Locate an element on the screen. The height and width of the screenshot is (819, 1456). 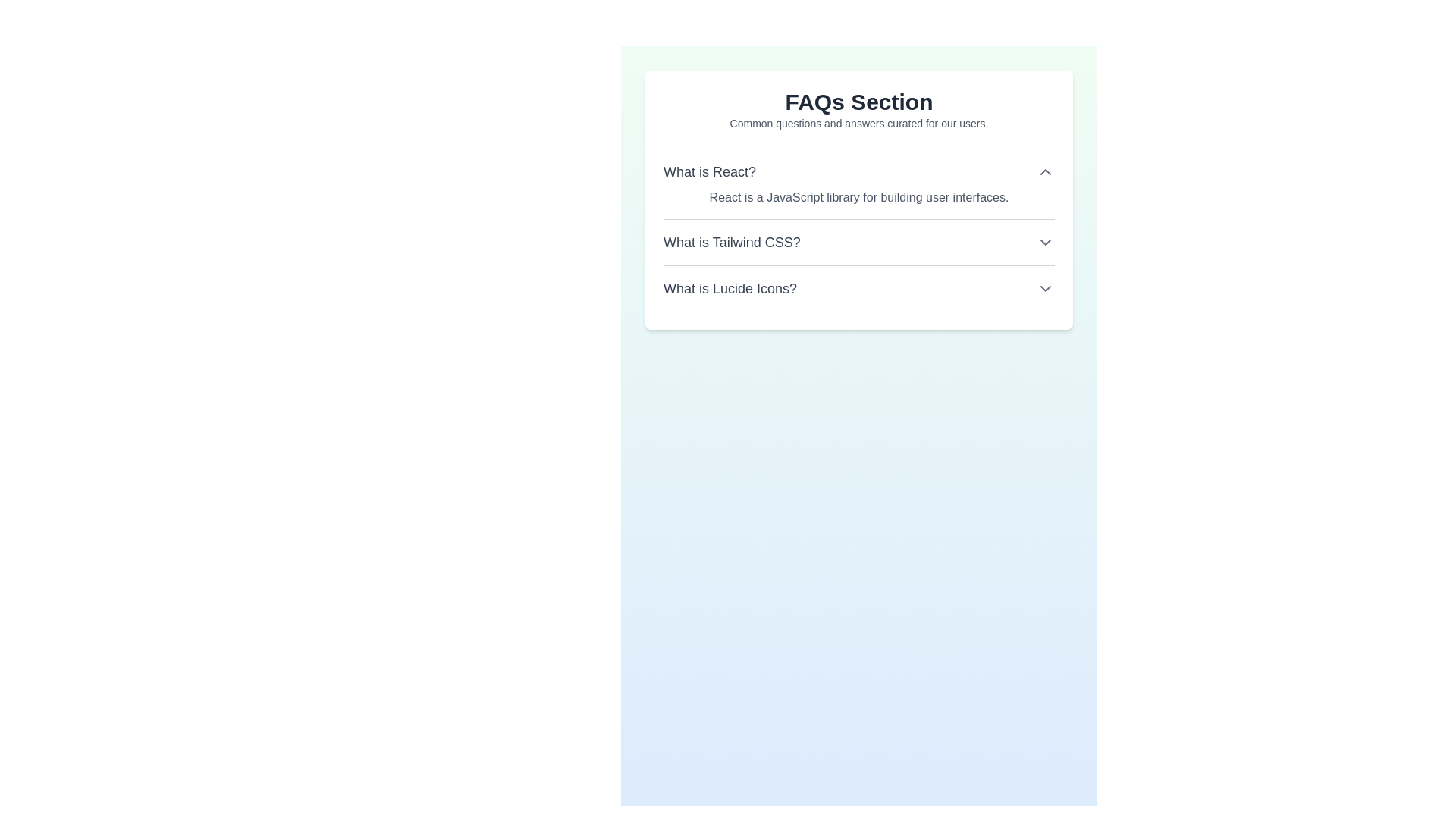
the chevron icon pointing downward located in the 'FAQs Section' card next to the text 'What is Tailwind CSS?' is located at coordinates (1044, 242).